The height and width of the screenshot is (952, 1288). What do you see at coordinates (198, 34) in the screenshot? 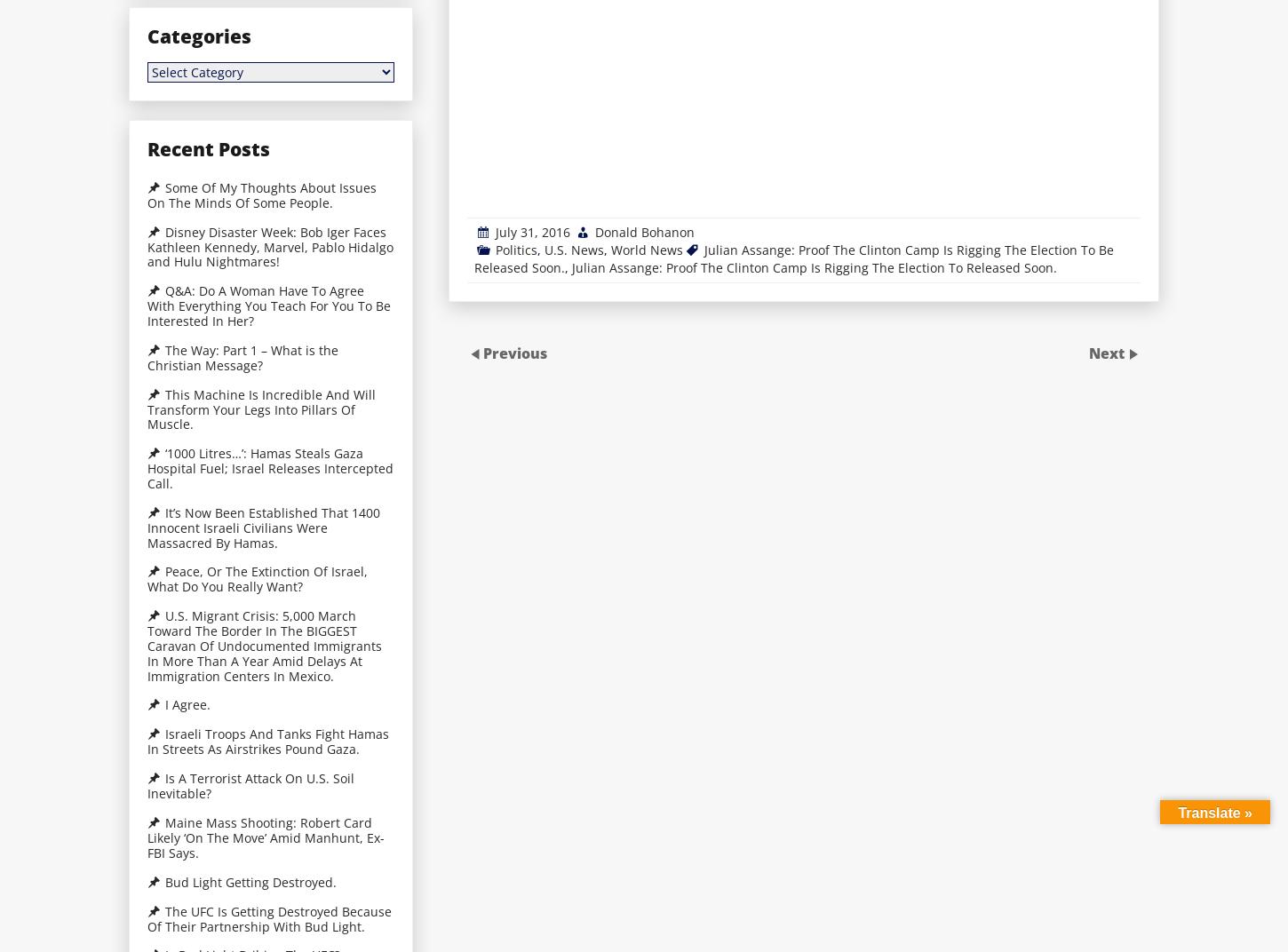
I see `'Categories'` at bounding box center [198, 34].